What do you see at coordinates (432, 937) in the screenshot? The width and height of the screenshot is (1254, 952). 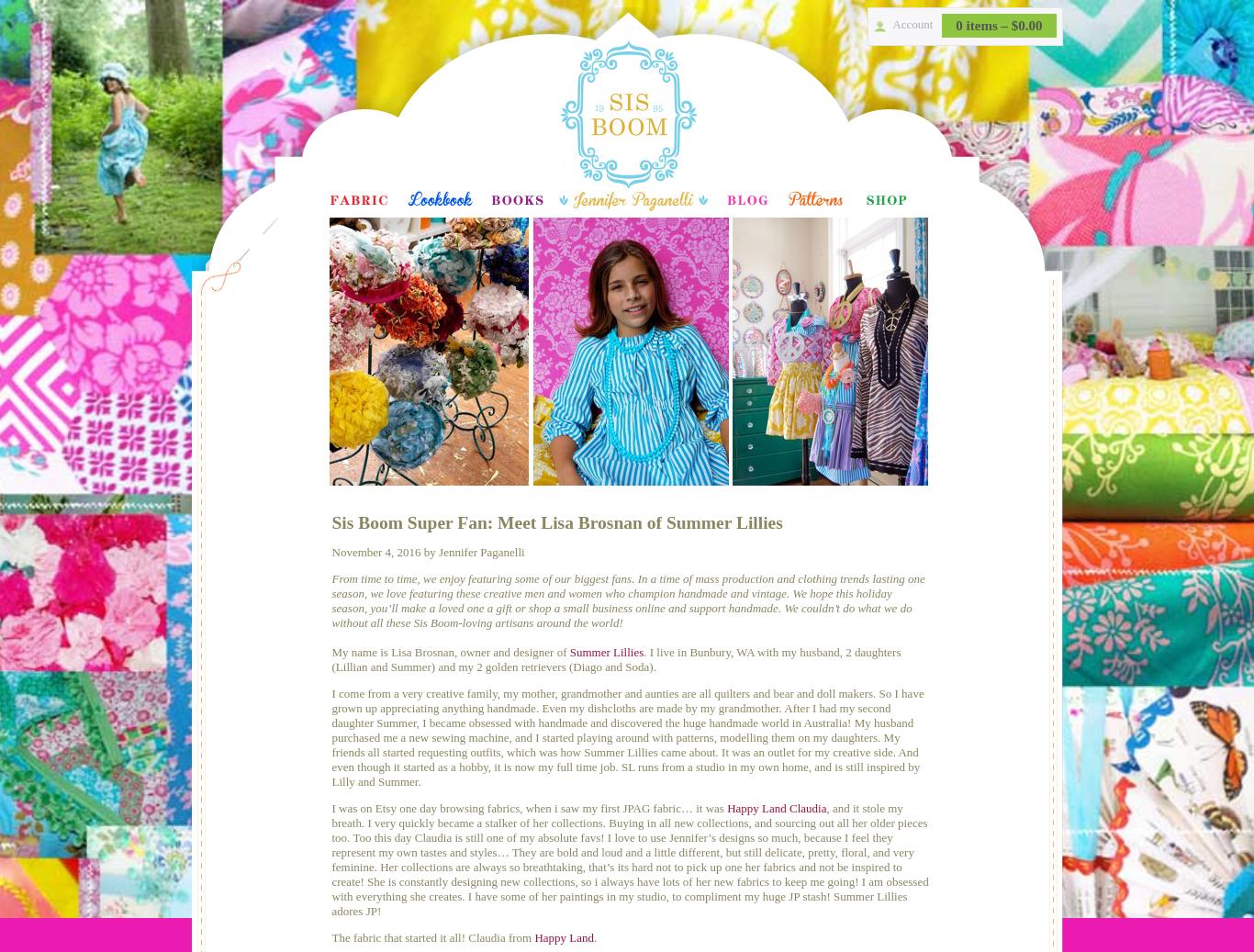 I see `'The fabric that started it all! Claudia from'` at bounding box center [432, 937].